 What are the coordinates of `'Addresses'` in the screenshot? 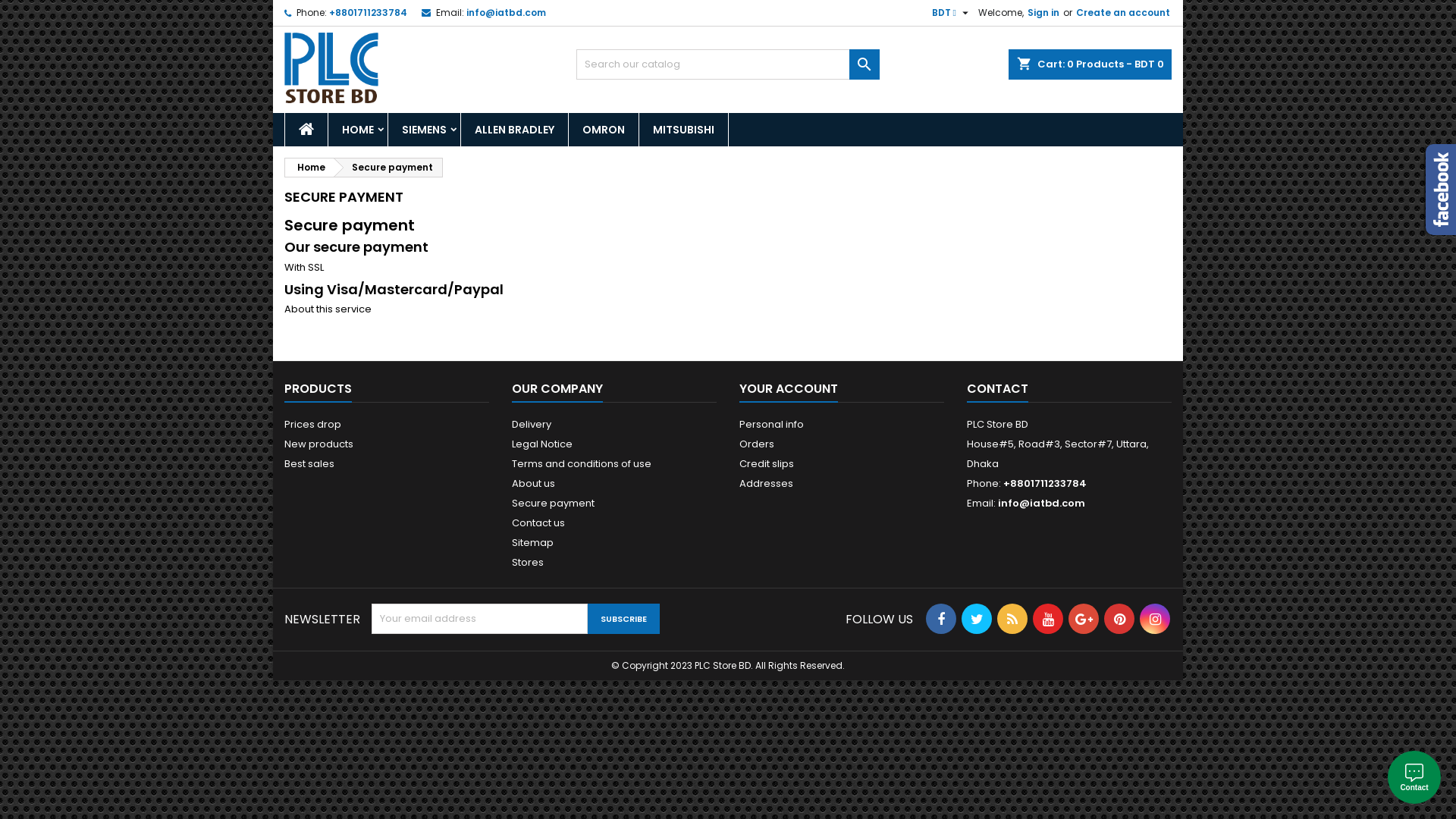 It's located at (766, 483).